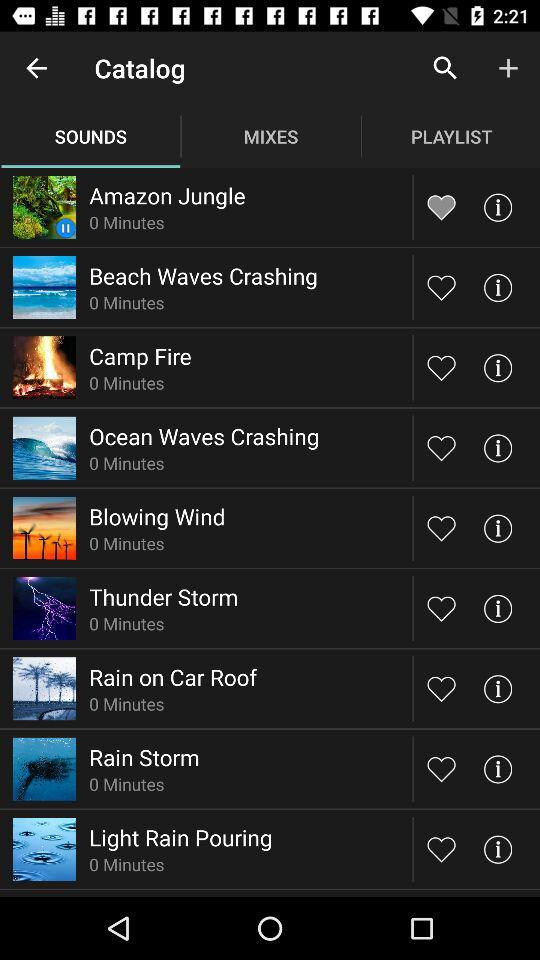  I want to click on mark the choices you love, so click(441, 767).